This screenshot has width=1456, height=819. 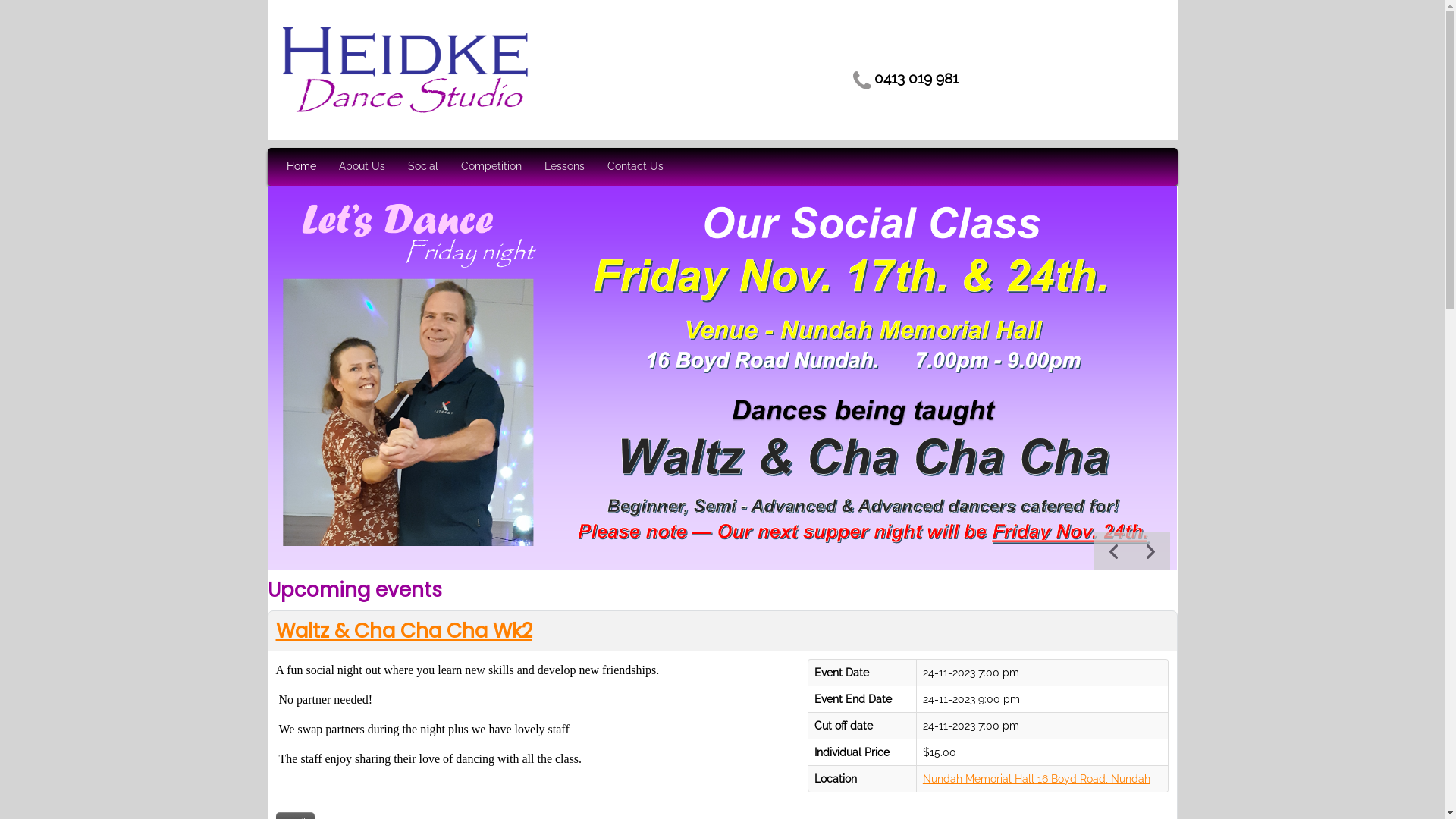 I want to click on 'Nundah Memorial Hall 16 Boyd Road, Nundah', so click(x=1036, y=778).